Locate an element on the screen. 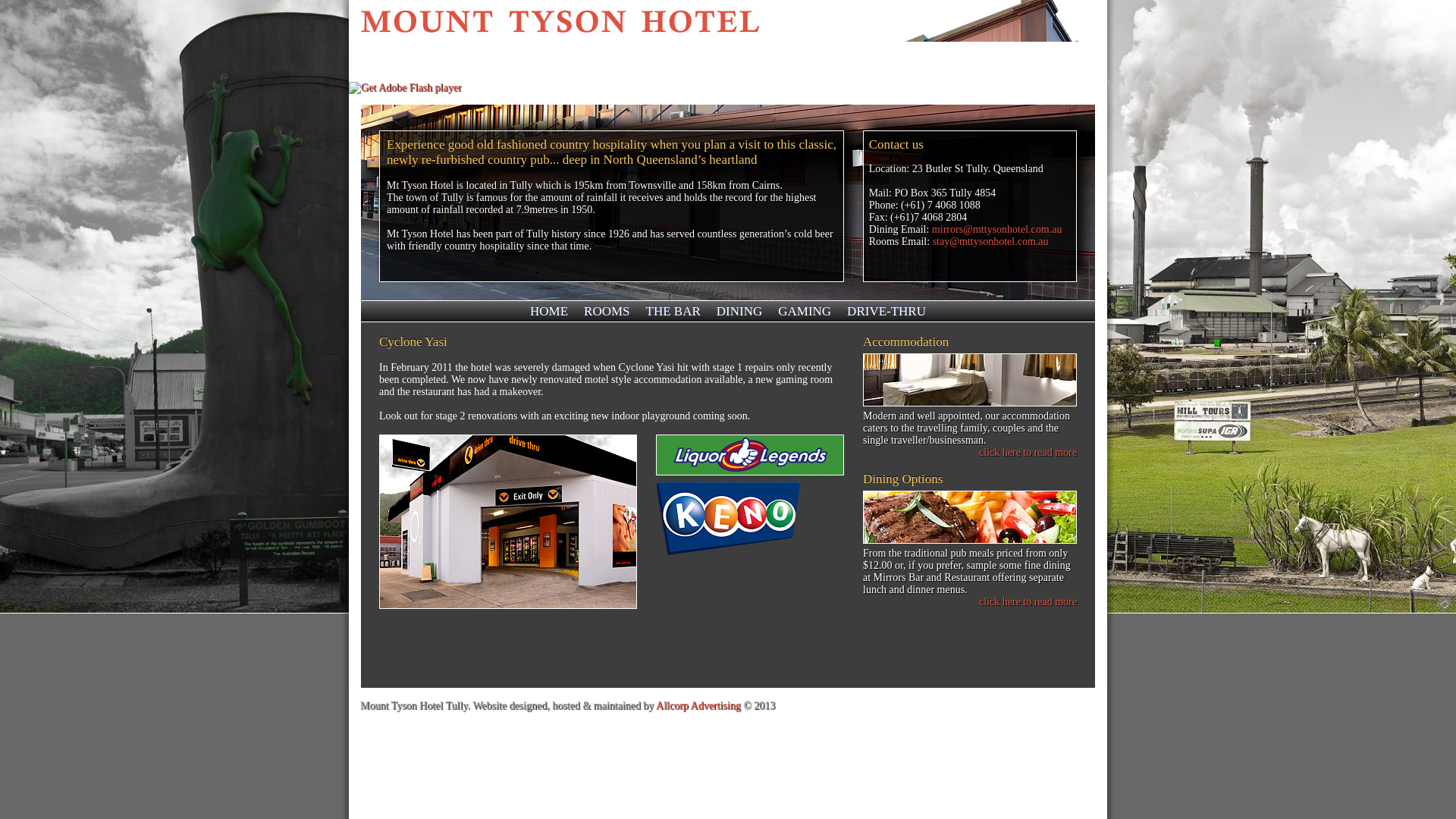  'mirrors@mttysonhotel.com.au' is located at coordinates (997, 229).